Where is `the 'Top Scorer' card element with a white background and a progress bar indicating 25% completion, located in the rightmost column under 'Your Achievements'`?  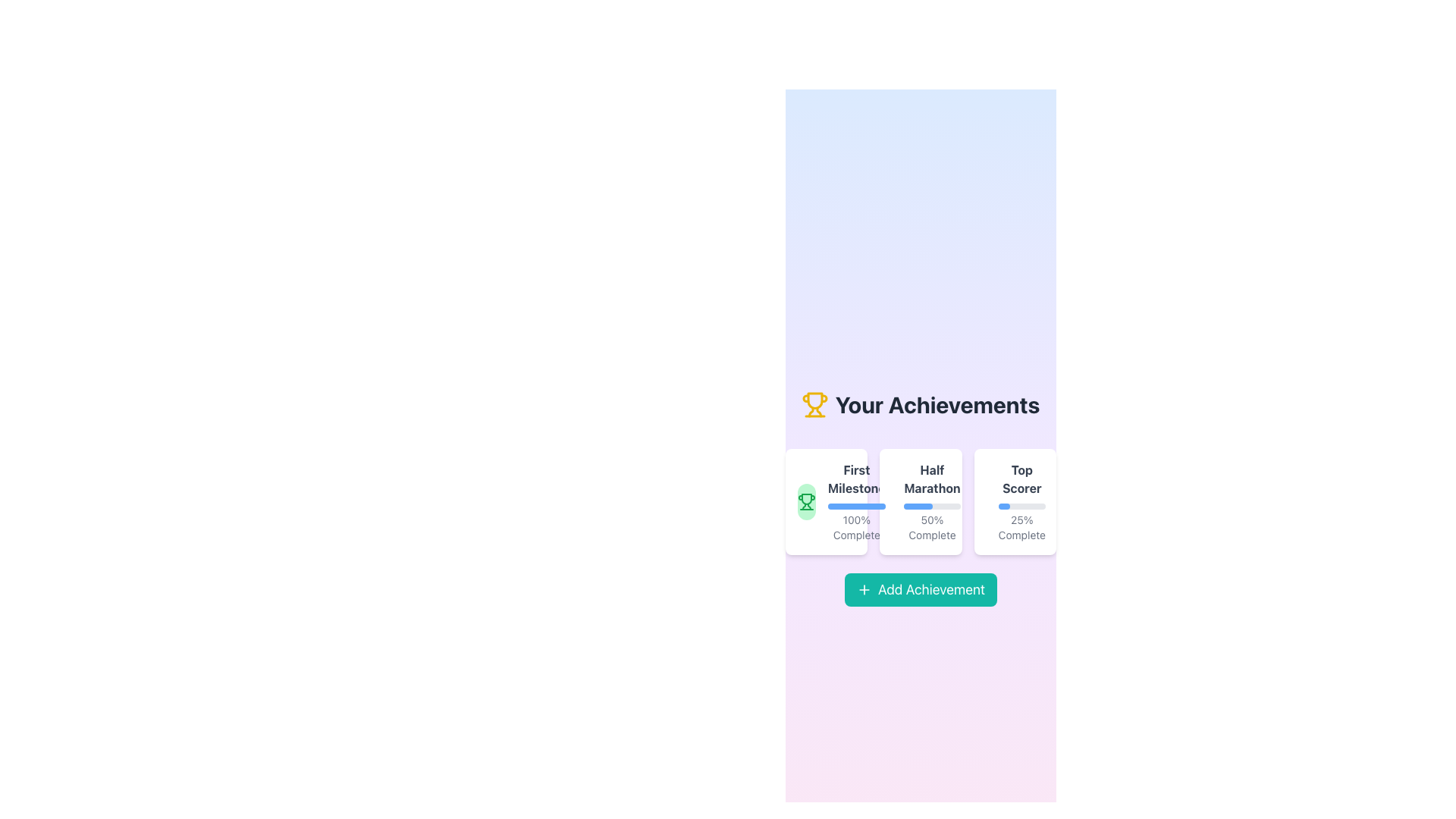
the 'Top Scorer' card element with a white background and a progress bar indicating 25% completion, located in the rightmost column under 'Your Achievements' is located at coordinates (1015, 502).